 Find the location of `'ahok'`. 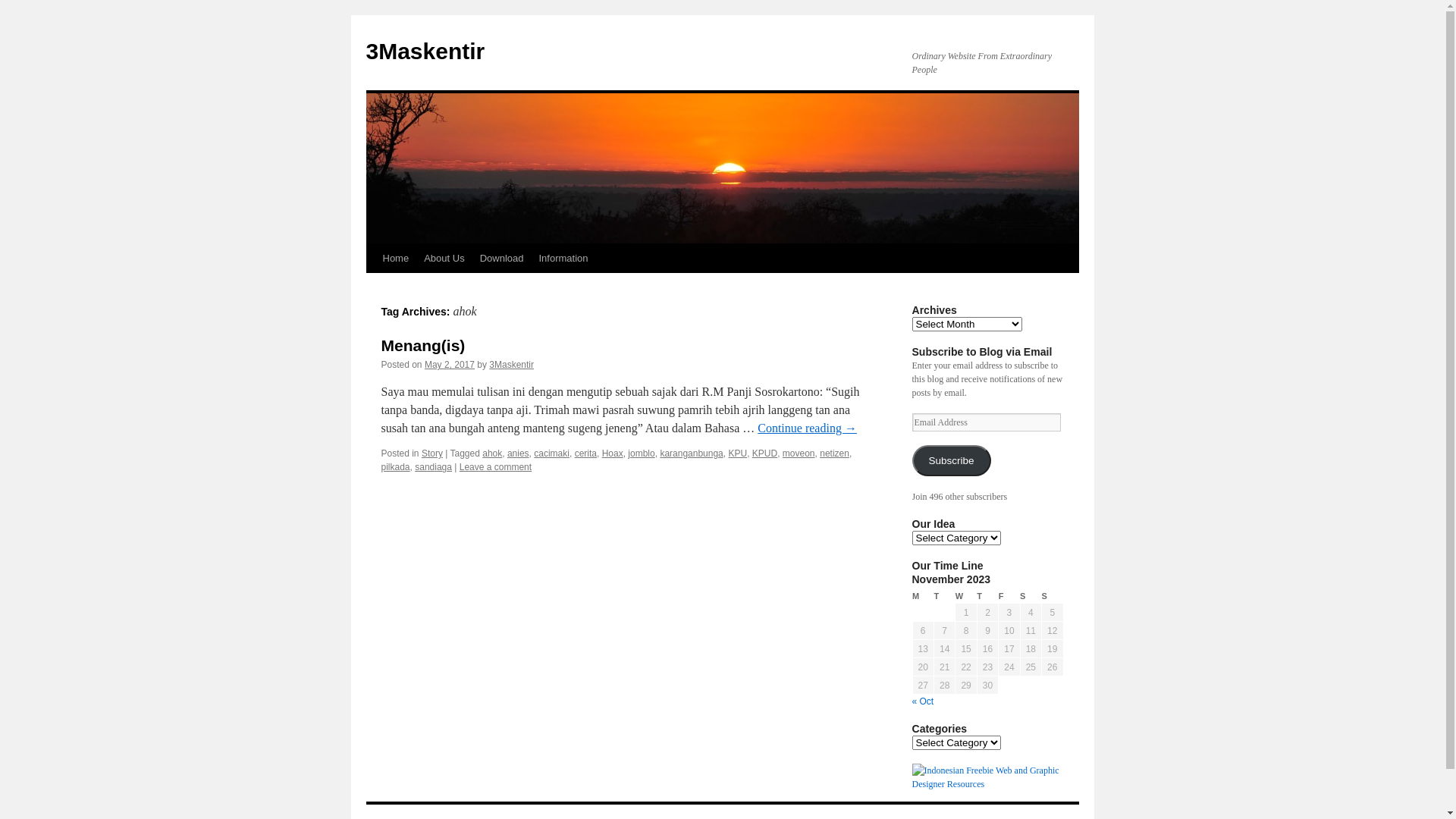

'ahok' is located at coordinates (481, 452).